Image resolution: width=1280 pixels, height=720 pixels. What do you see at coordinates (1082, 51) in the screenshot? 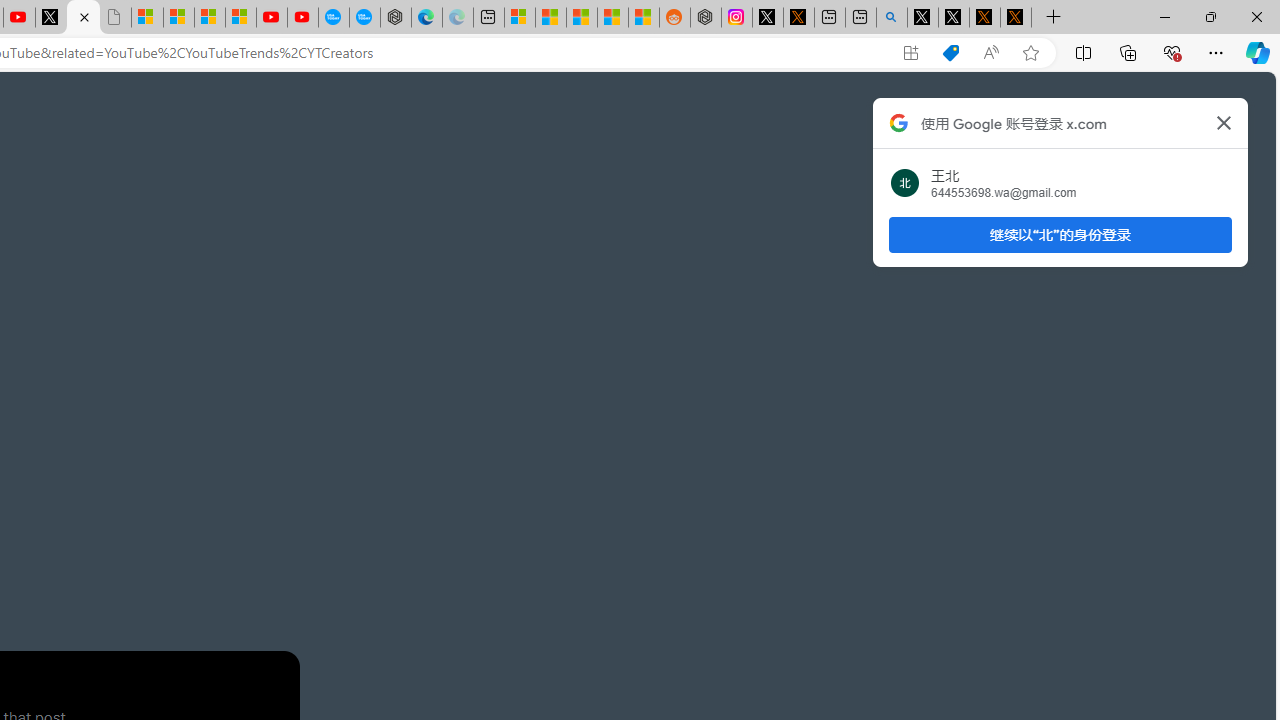
I see `'Split screen'` at bounding box center [1082, 51].